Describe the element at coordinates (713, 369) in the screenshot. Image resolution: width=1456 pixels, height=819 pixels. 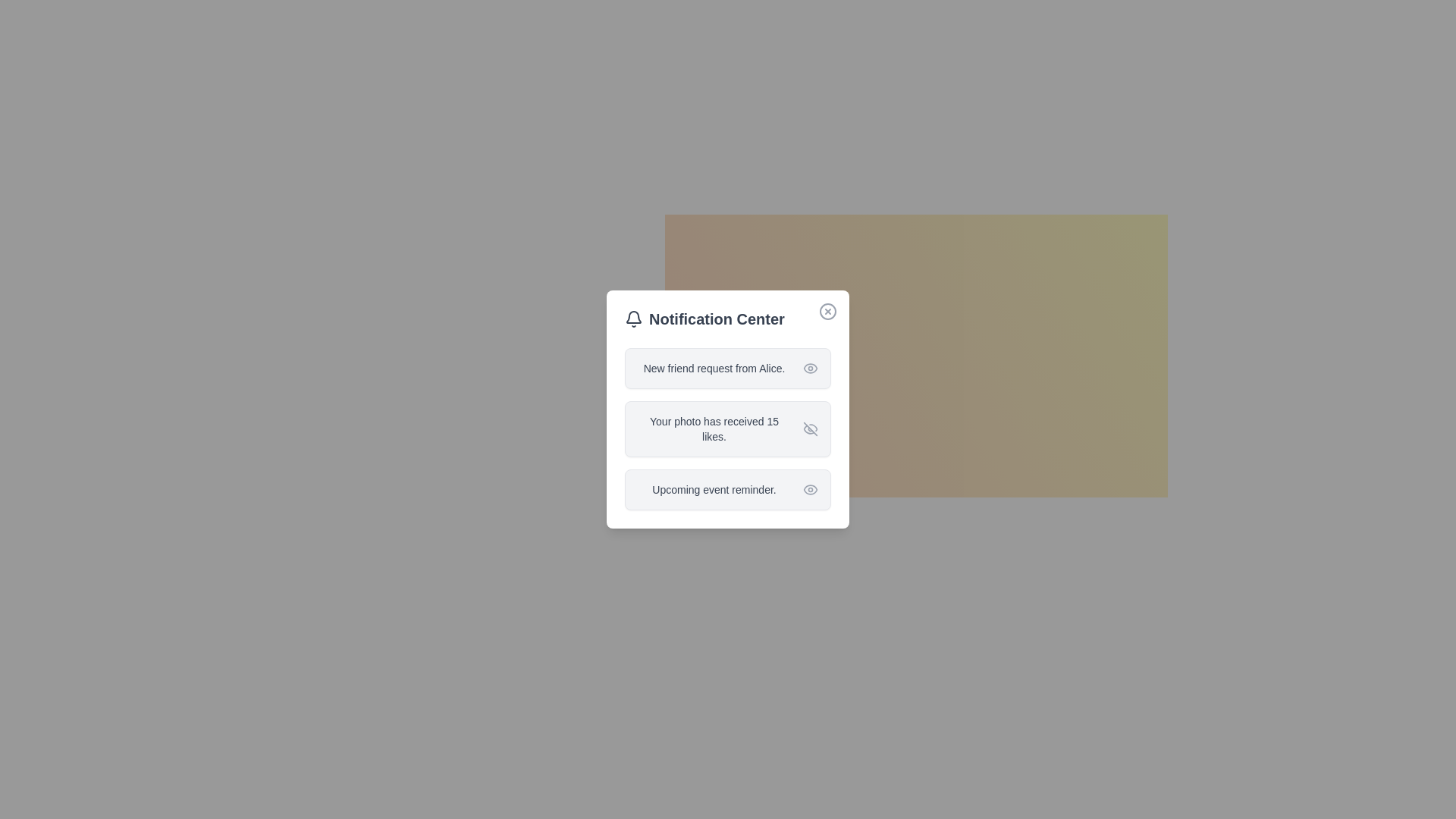
I see `the text label element displaying 'New friend request from Alice.' within the notification card` at that location.